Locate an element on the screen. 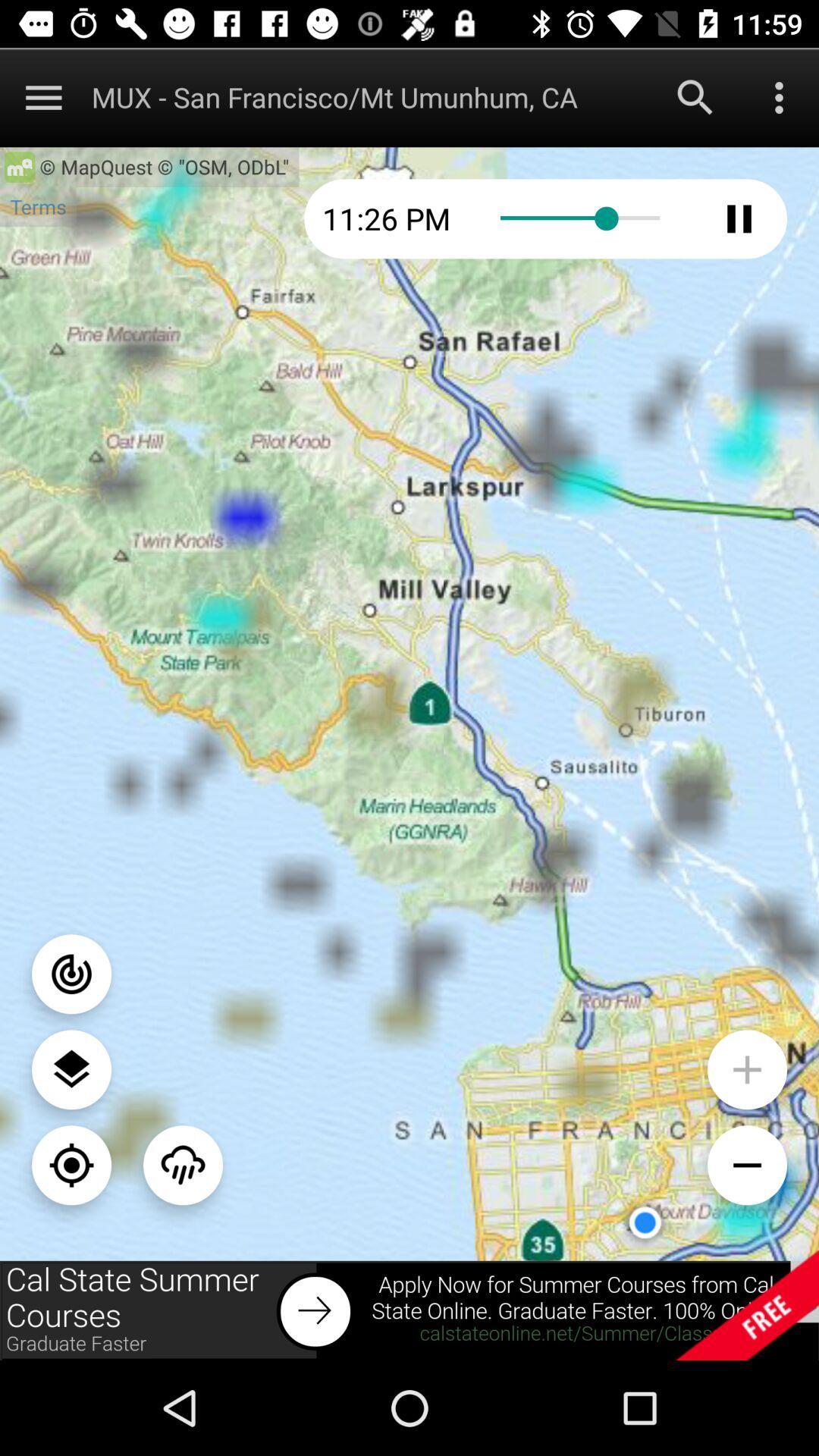 This screenshot has width=819, height=1456. move map is located at coordinates (71, 1164).